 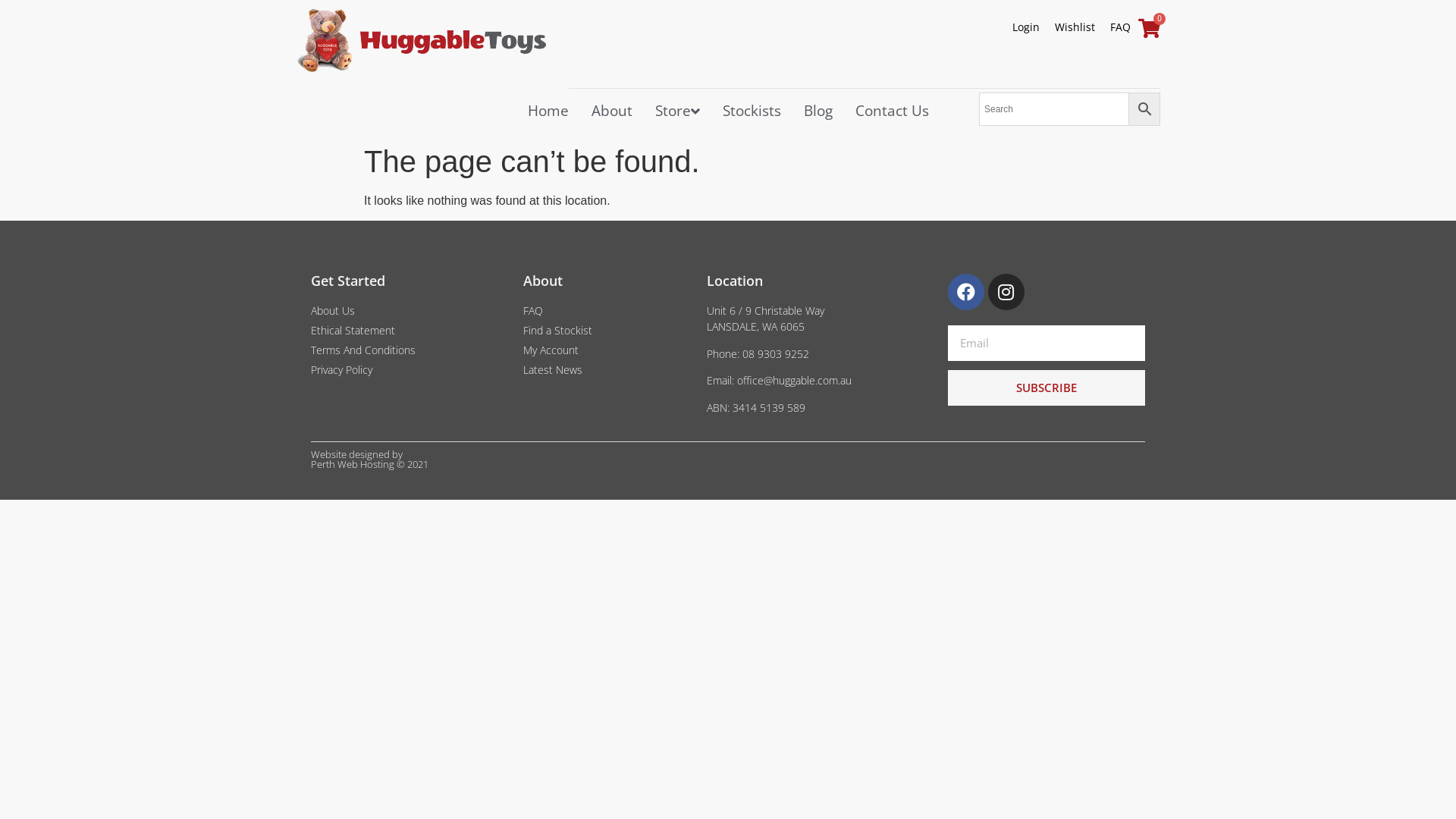 What do you see at coordinates (607, 329) in the screenshot?
I see `'Find a Stockist'` at bounding box center [607, 329].